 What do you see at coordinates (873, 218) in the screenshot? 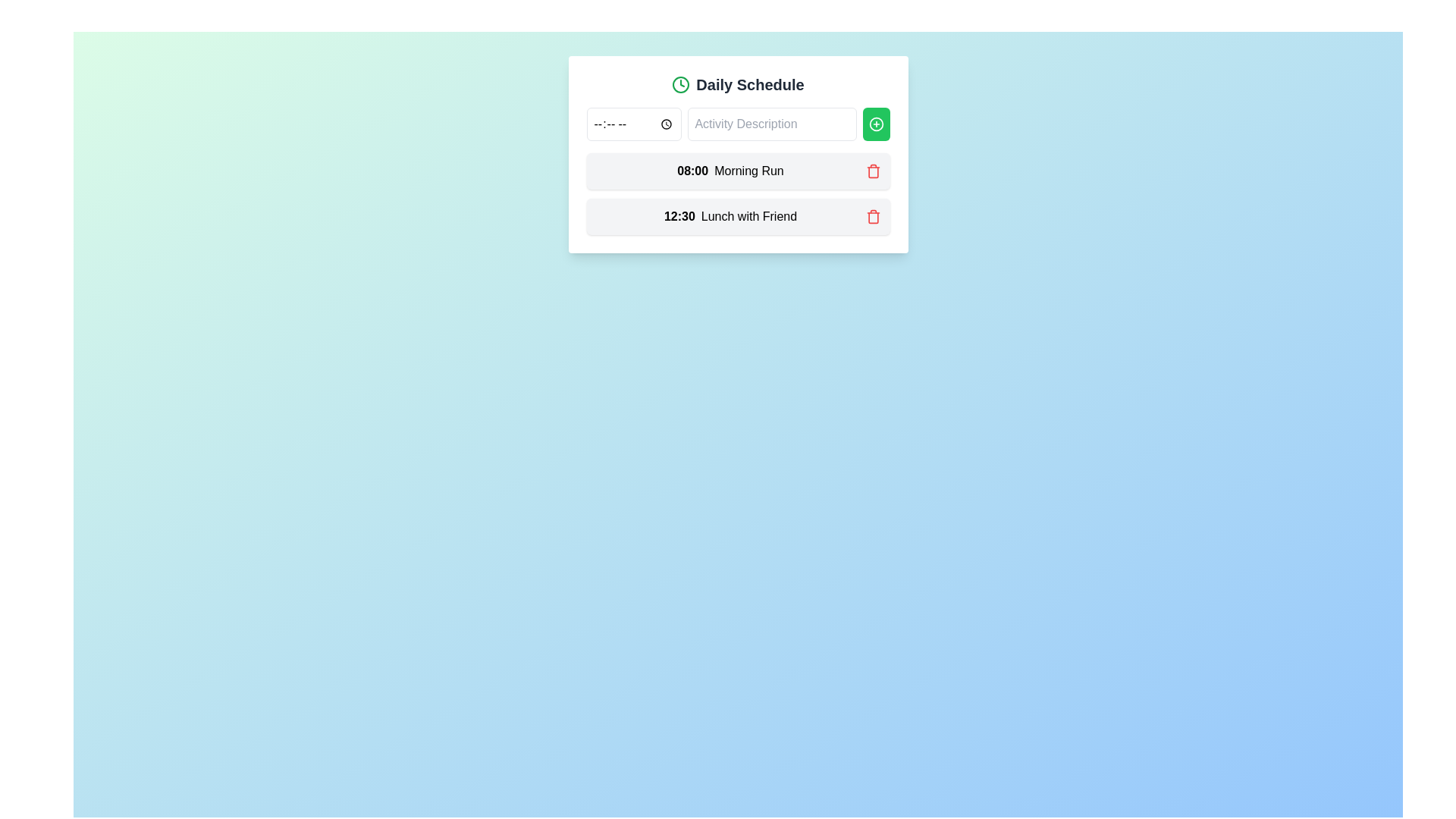
I see `the trash can icon element used for deleting the '08:00 Morning Run' task in the scheduled task list` at bounding box center [873, 218].